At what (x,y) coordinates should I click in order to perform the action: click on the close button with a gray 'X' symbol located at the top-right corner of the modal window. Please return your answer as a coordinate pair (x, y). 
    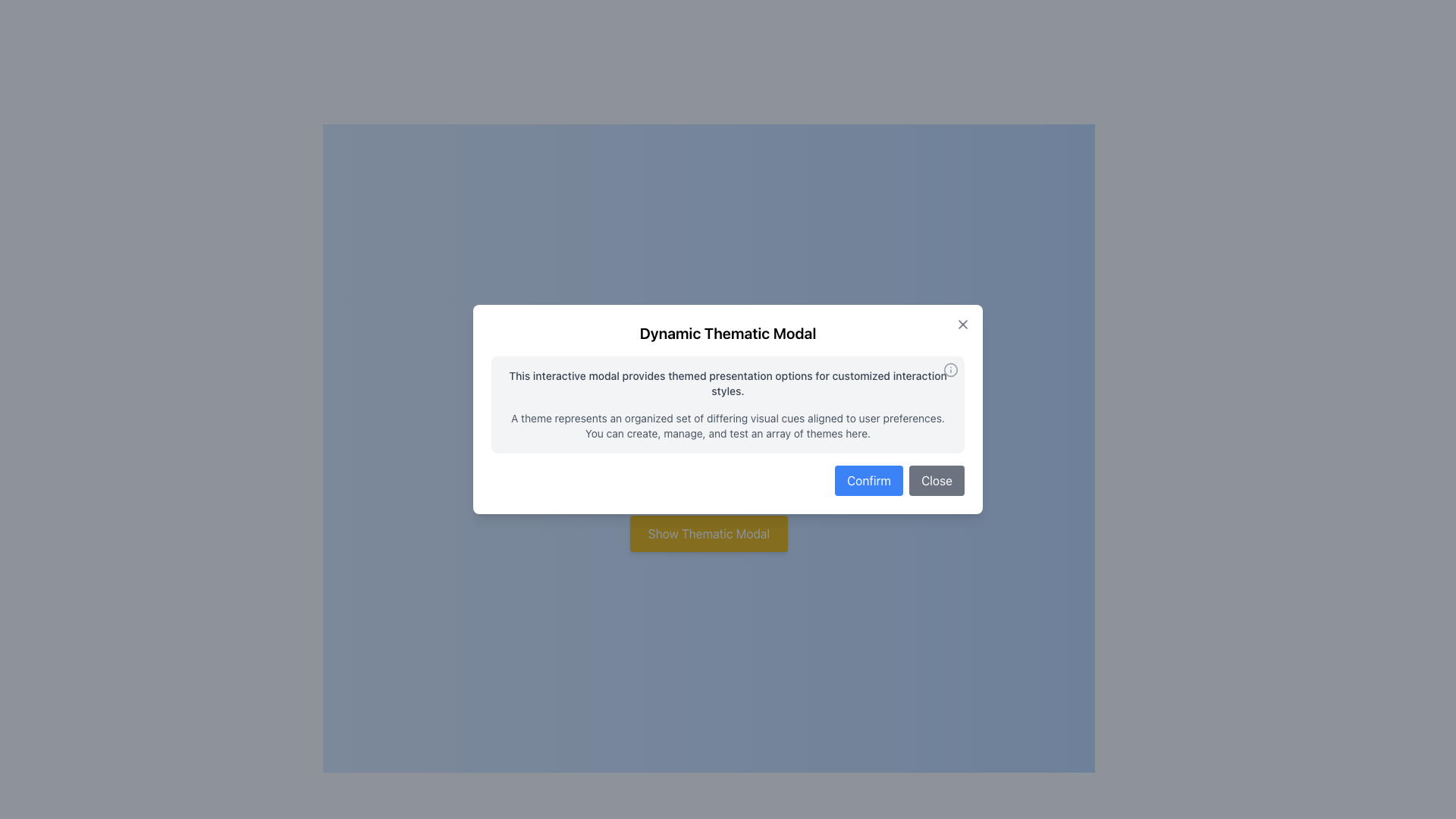
    Looking at the image, I should click on (962, 324).